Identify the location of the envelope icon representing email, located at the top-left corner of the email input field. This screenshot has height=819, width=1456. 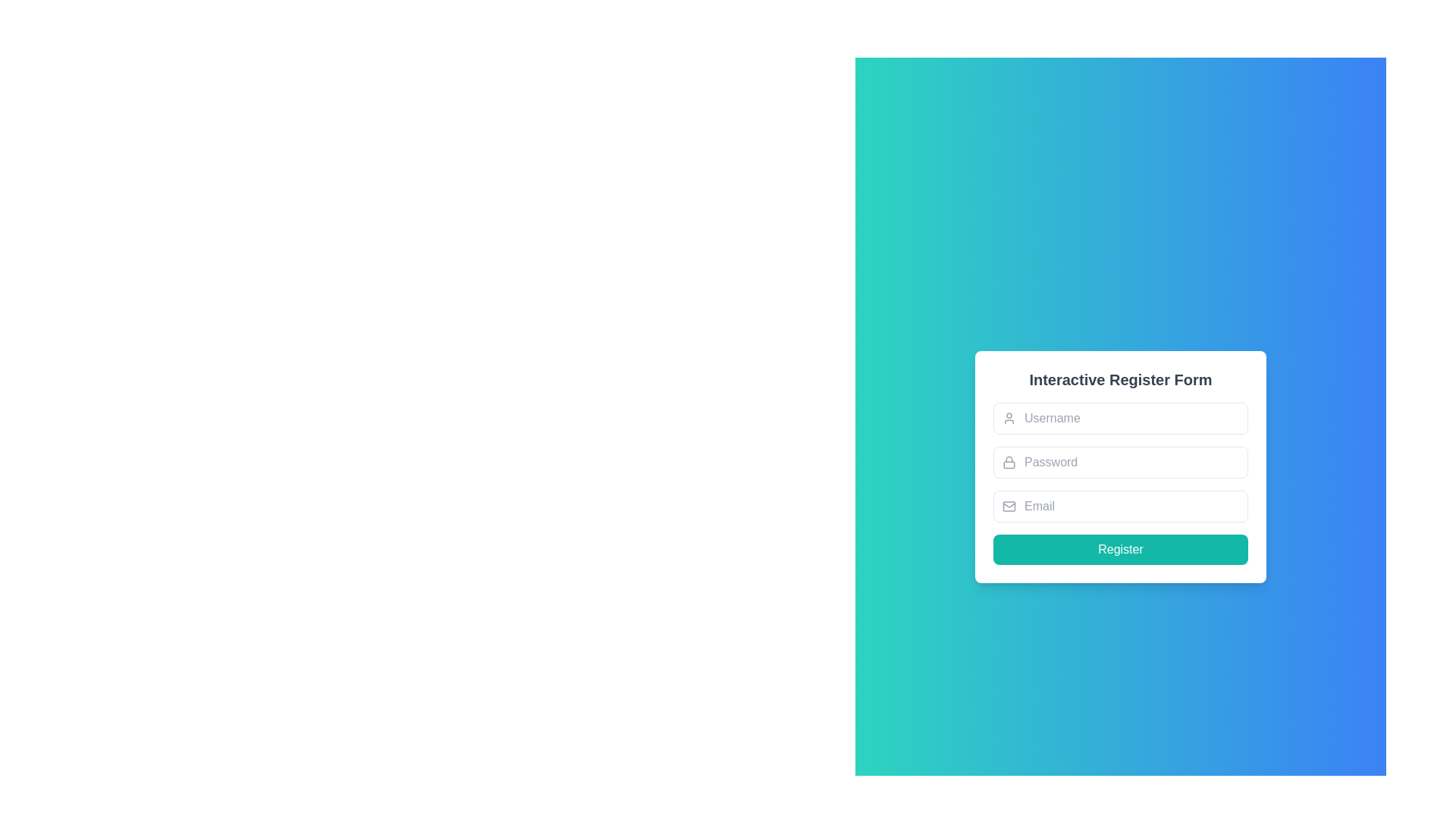
(1009, 506).